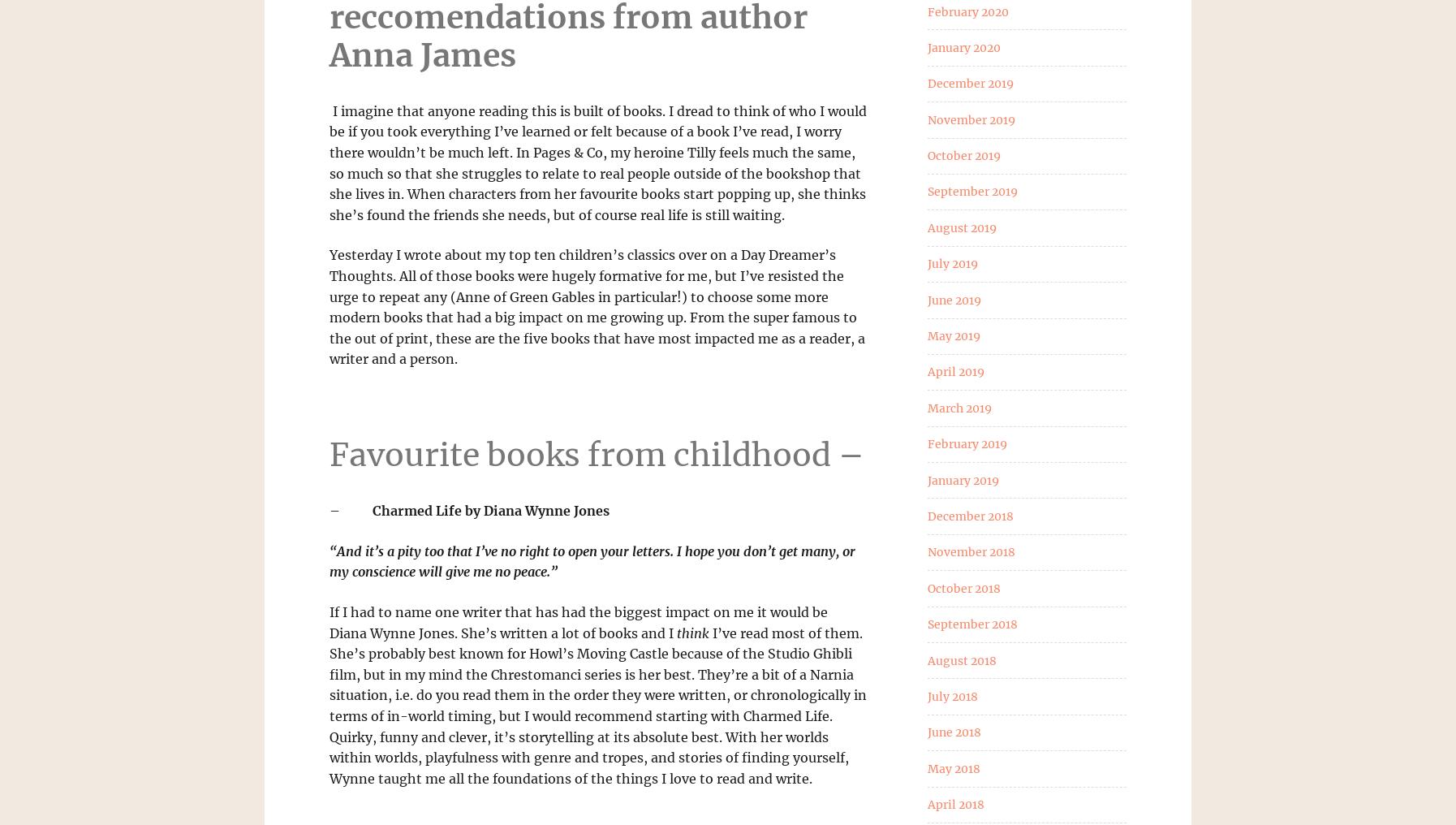 The height and width of the screenshot is (825, 1456). I want to click on 'July 2019', so click(950, 264).